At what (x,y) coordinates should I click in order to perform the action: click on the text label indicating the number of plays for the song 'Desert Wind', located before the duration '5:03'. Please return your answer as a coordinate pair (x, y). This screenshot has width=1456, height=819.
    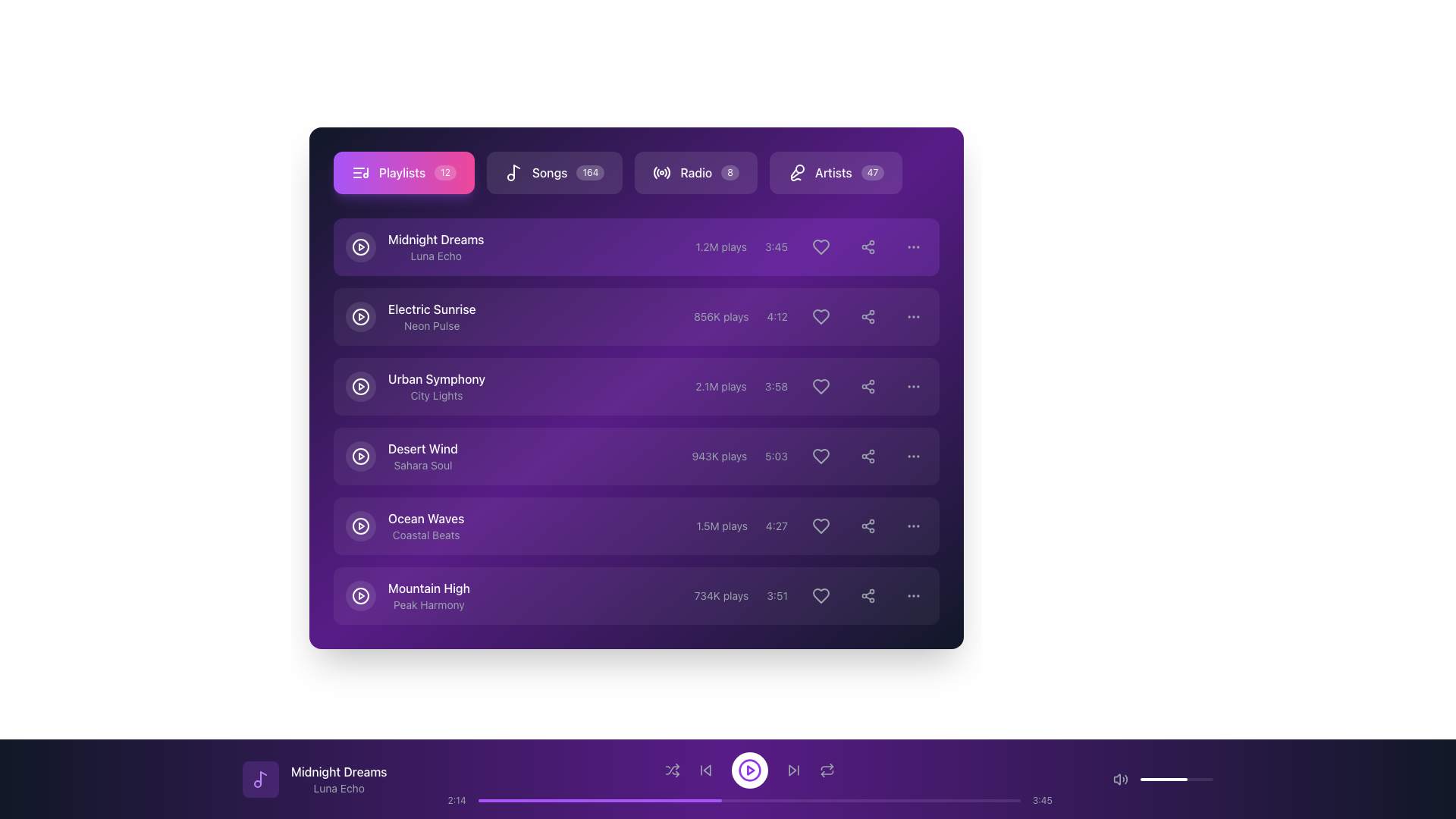
    Looking at the image, I should click on (718, 455).